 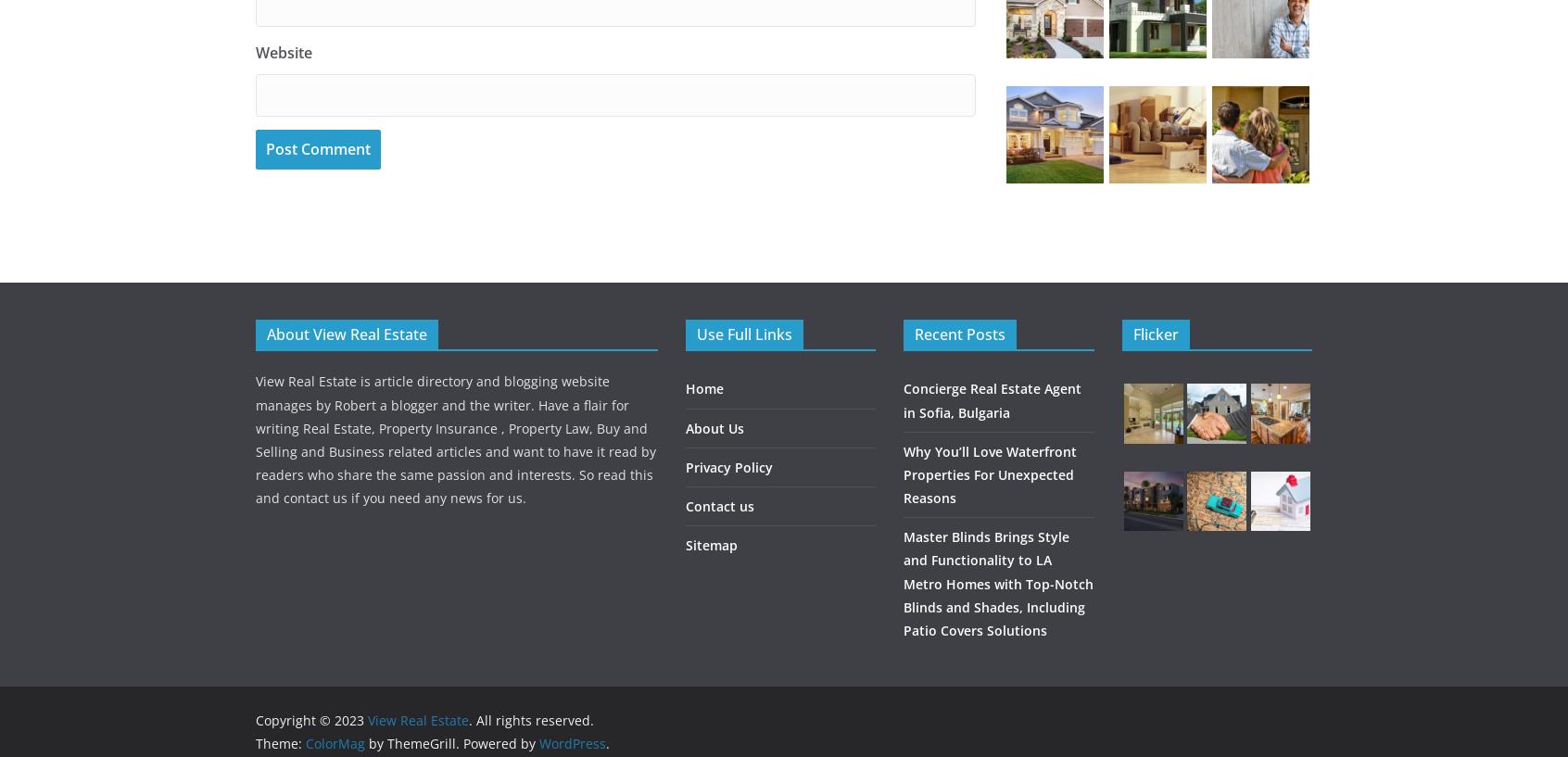 What do you see at coordinates (283, 52) in the screenshot?
I see `'Website'` at bounding box center [283, 52].